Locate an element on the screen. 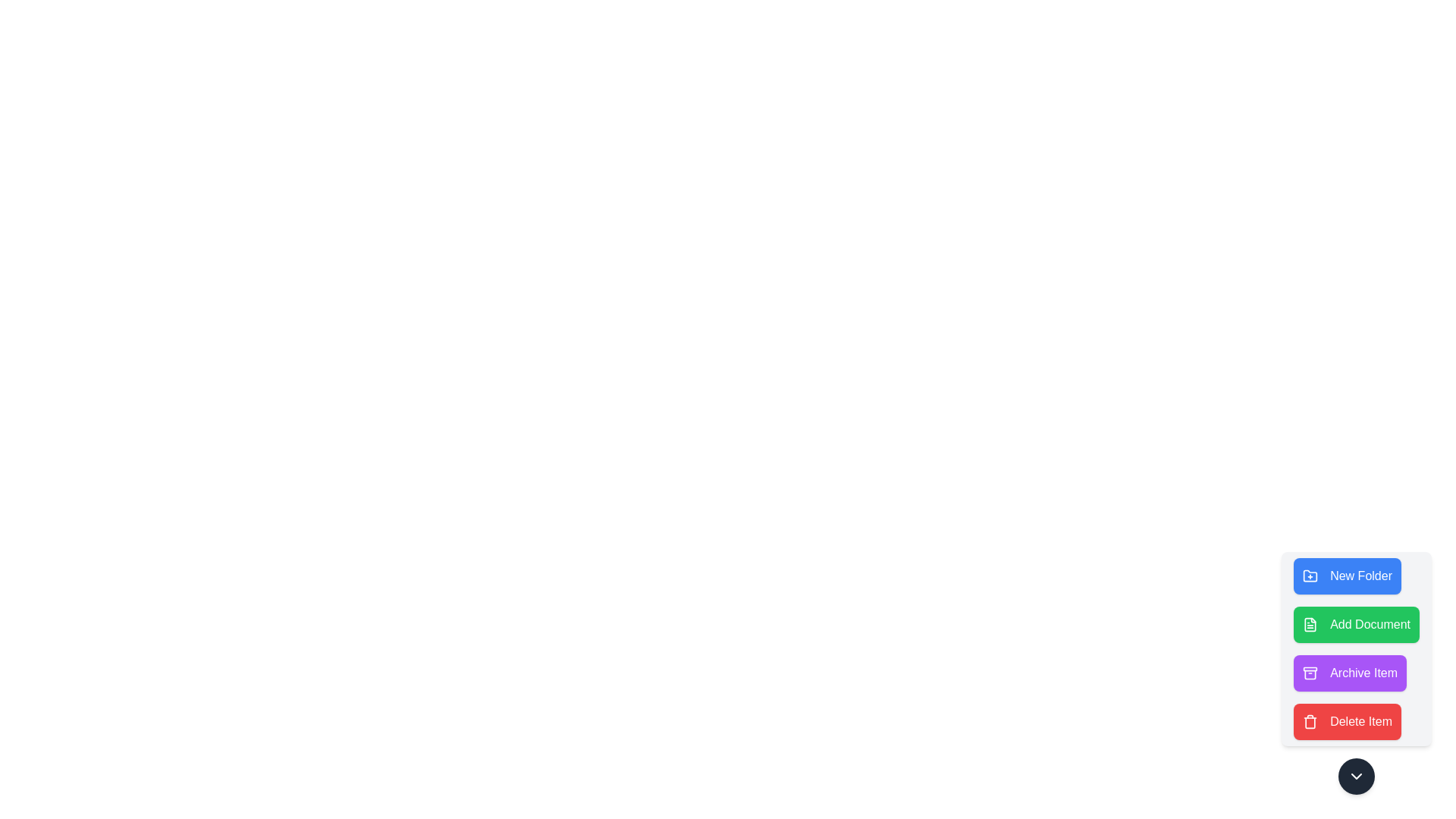 Image resolution: width=1456 pixels, height=819 pixels. the Delete Item button in the speed dial menu is located at coordinates (1347, 721).